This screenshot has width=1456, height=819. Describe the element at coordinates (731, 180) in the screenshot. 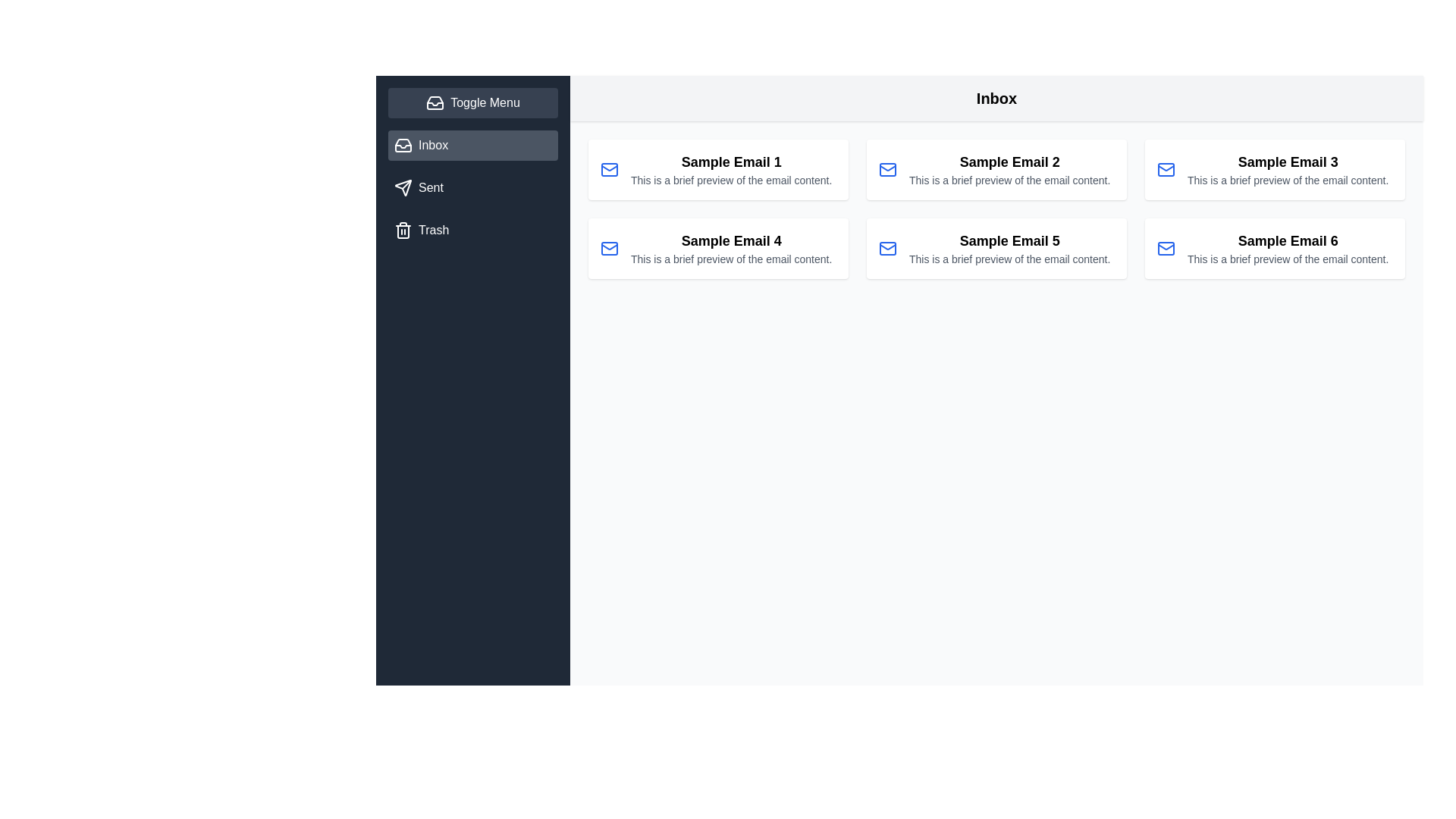

I see `the text label that reads 'This is a brief preview of the email content.' which is located directly beneath the bold title 'Sample Email 1'` at that location.